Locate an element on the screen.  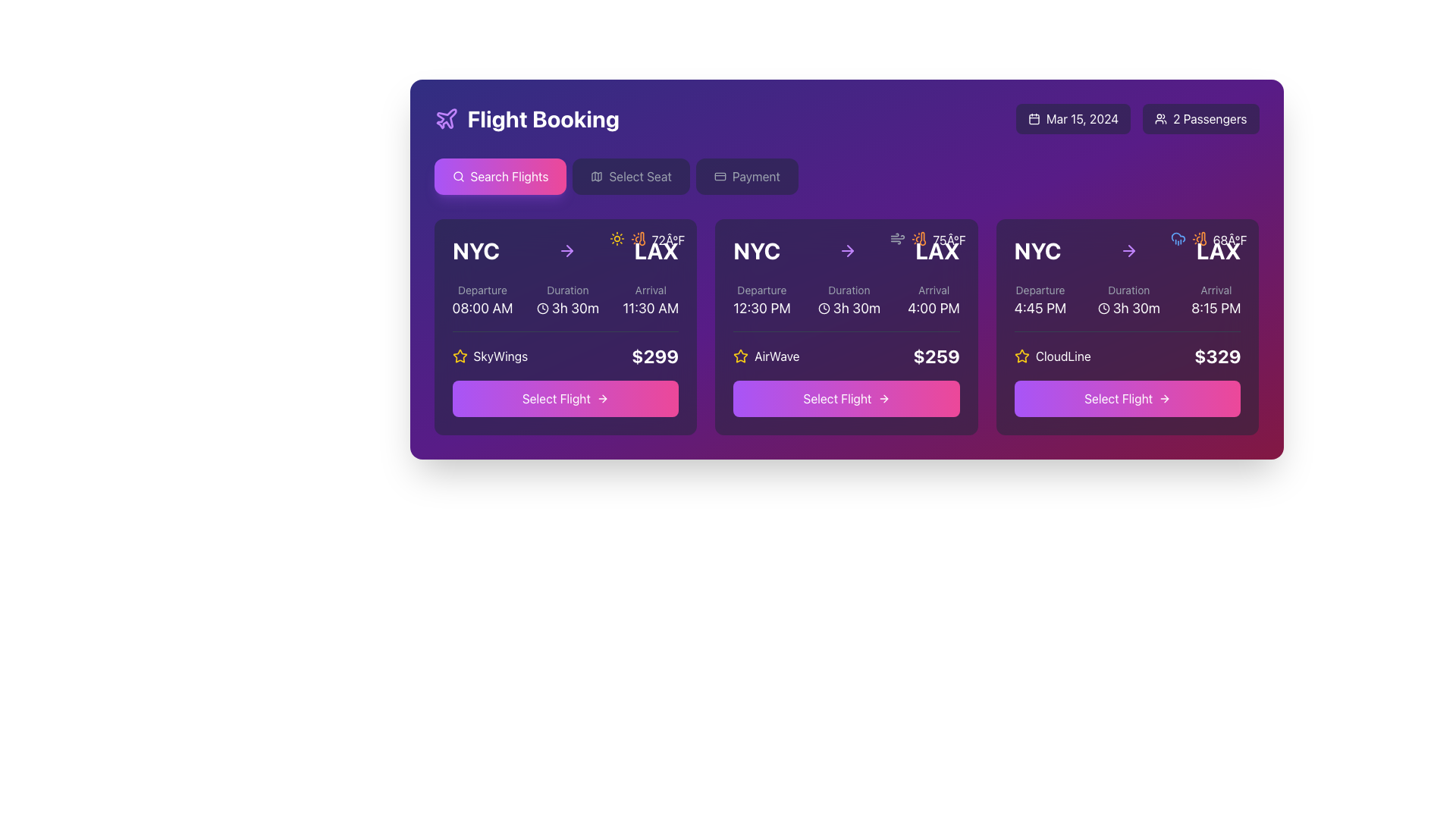
the visual state of the right-aligned chevron icon within the 'Select Flight' button associated with 'AirWave' is located at coordinates (885, 397).